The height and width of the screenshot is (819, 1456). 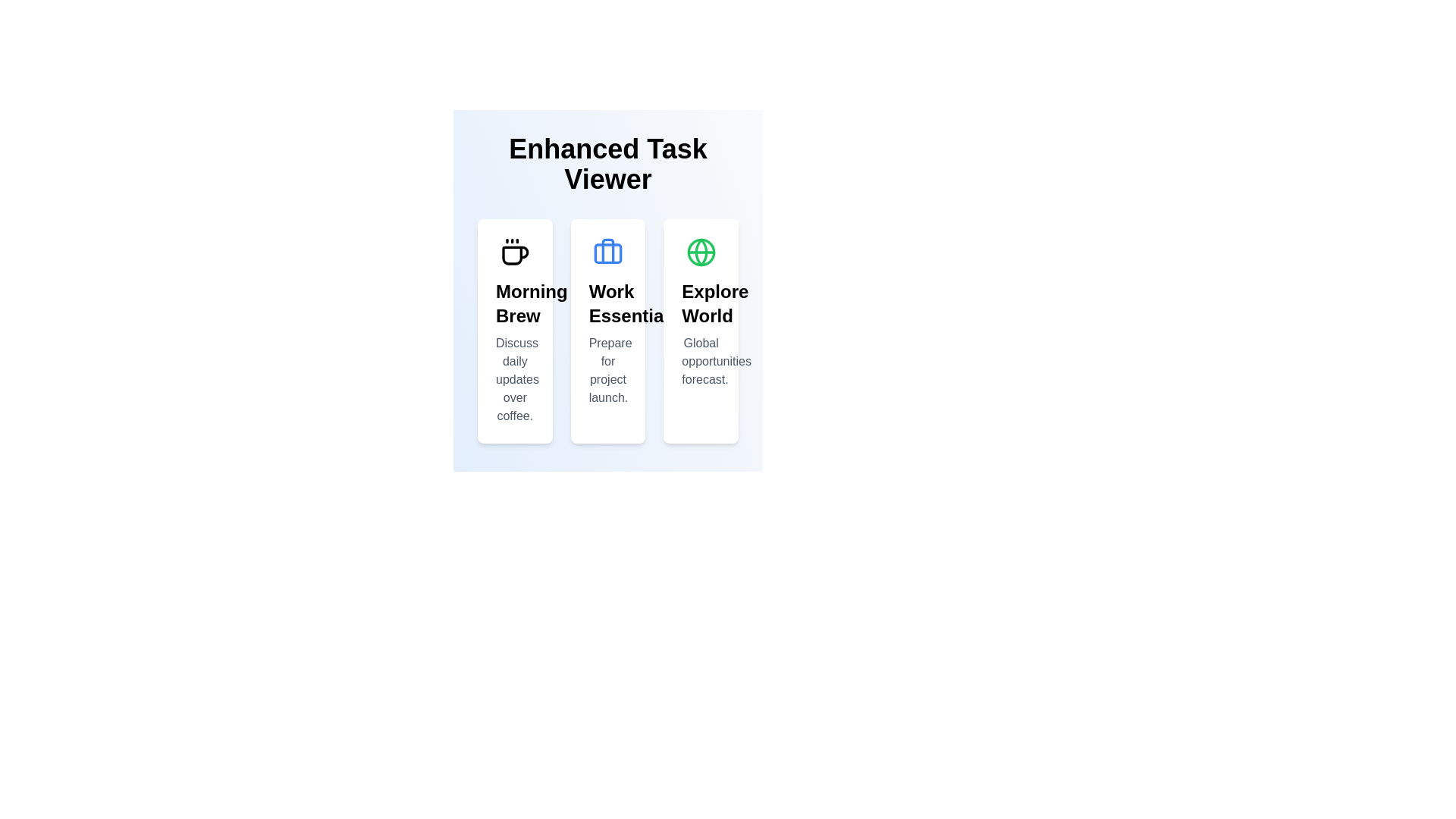 I want to click on the central circular part of the globe icon in the 'Explore World' card, which visually conveys global opportunities, so click(x=700, y=251).